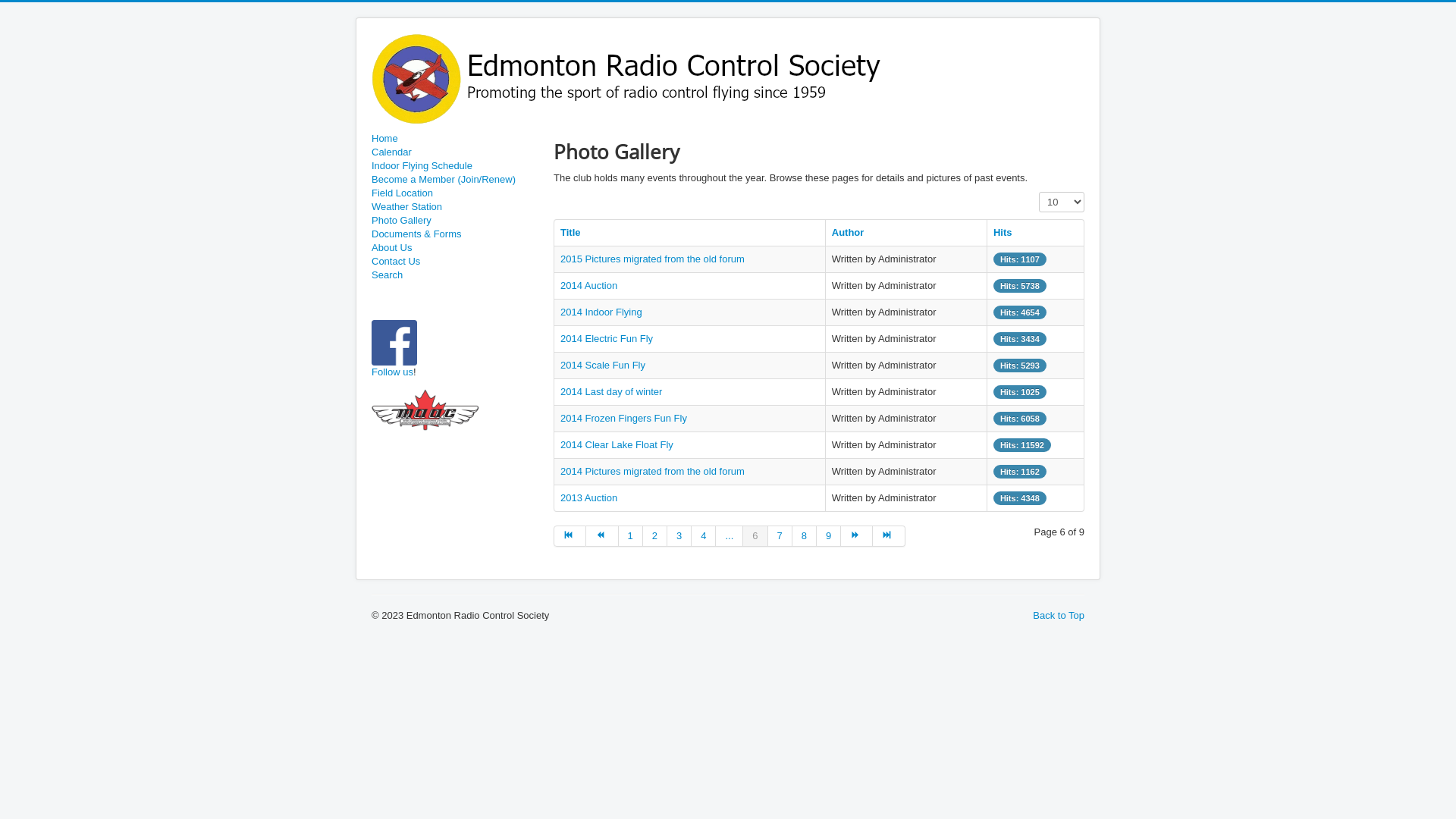 Image resolution: width=1456 pixels, height=819 pixels. What do you see at coordinates (602, 365) in the screenshot?
I see `'2014 Scale Fun Fly'` at bounding box center [602, 365].